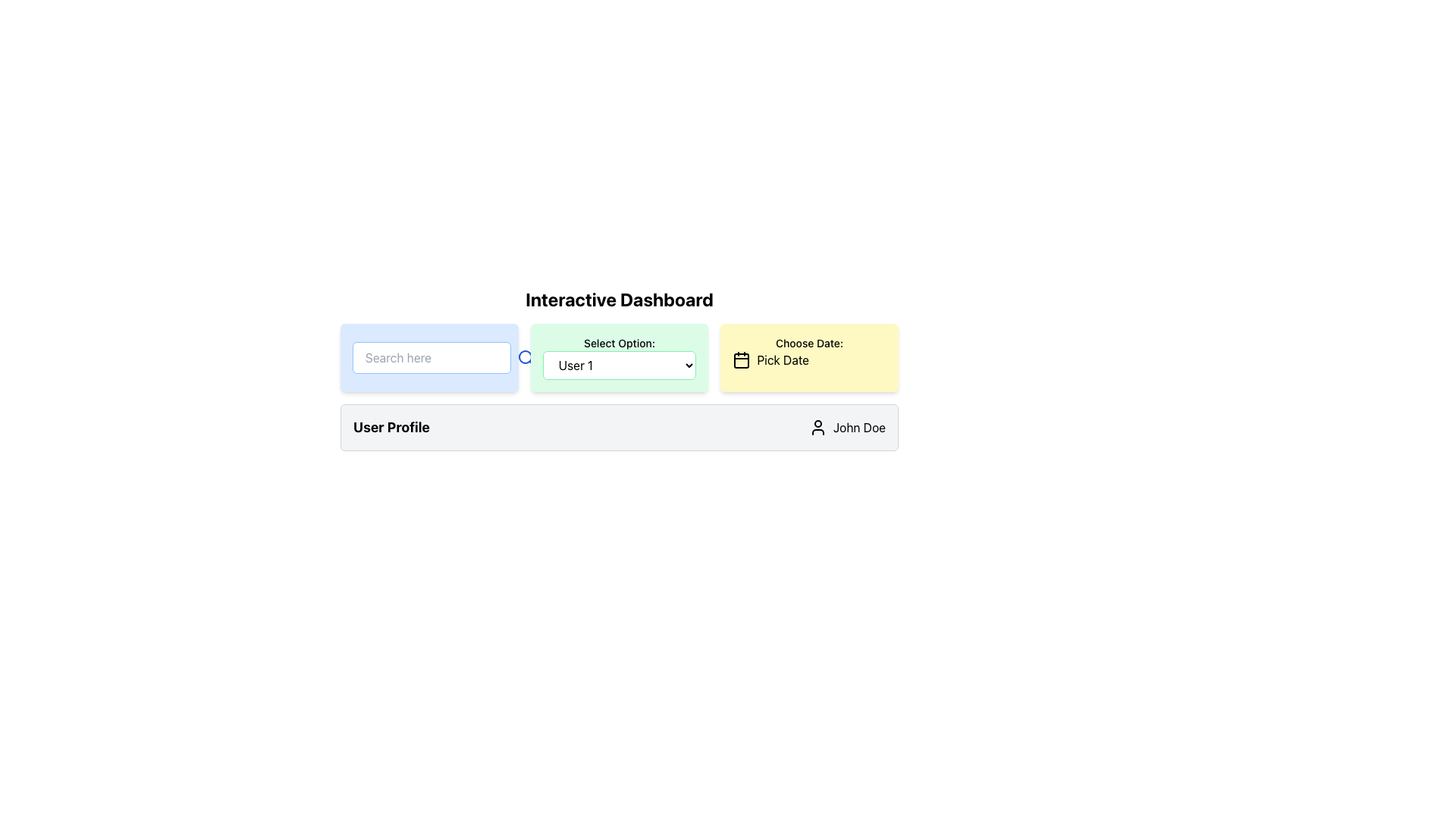 The height and width of the screenshot is (819, 1456). What do you see at coordinates (742, 359) in the screenshot?
I see `the calendar icon located to the left of the 'Pick Date' text in the 'Choose Date:' section` at bounding box center [742, 359].